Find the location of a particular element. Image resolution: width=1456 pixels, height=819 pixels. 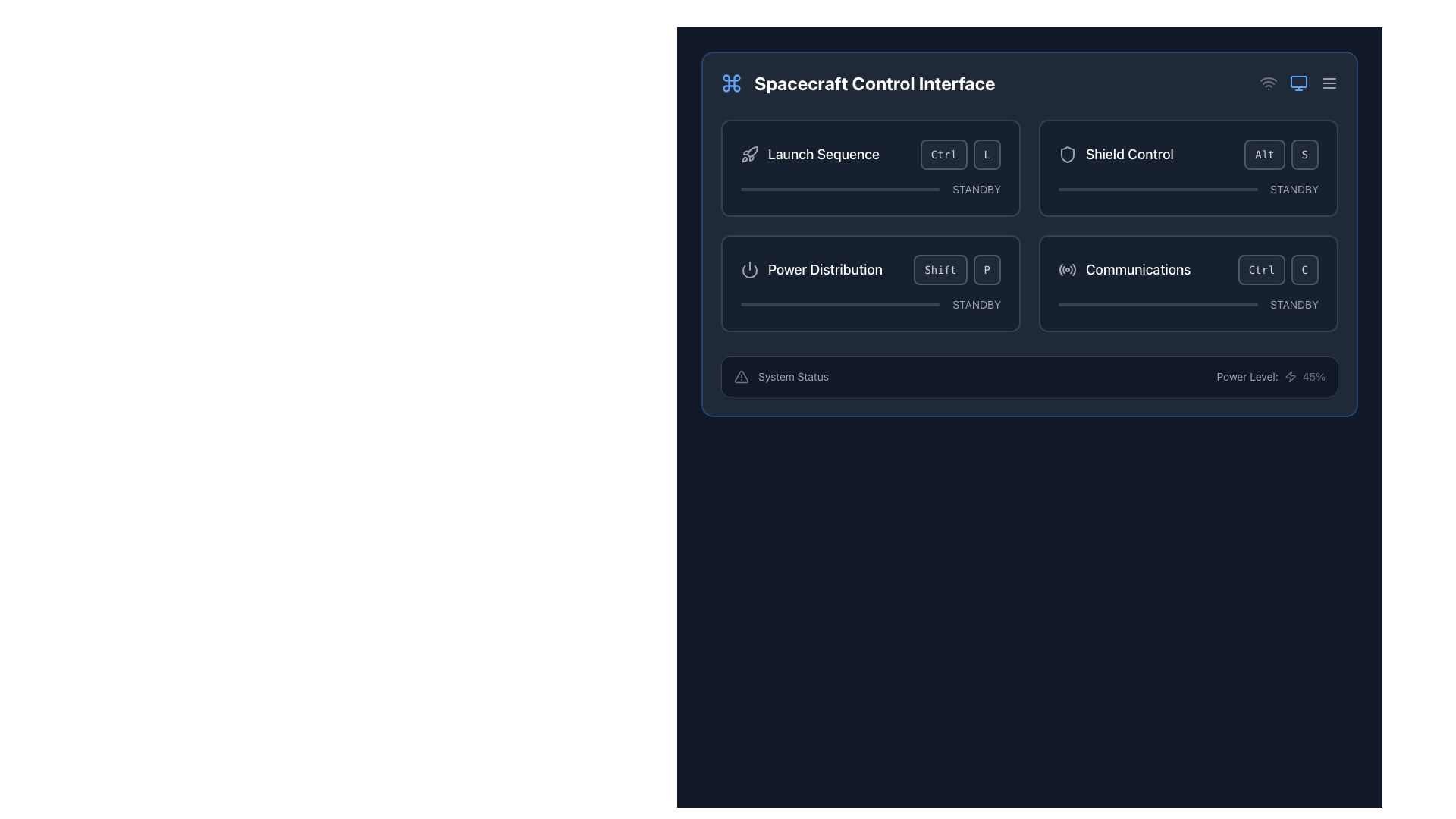

the 'Launch Sequence' button which contains a small, sleek metallic rocket-like icon positioned in the upper left corner is located at coordinates (752, 152).